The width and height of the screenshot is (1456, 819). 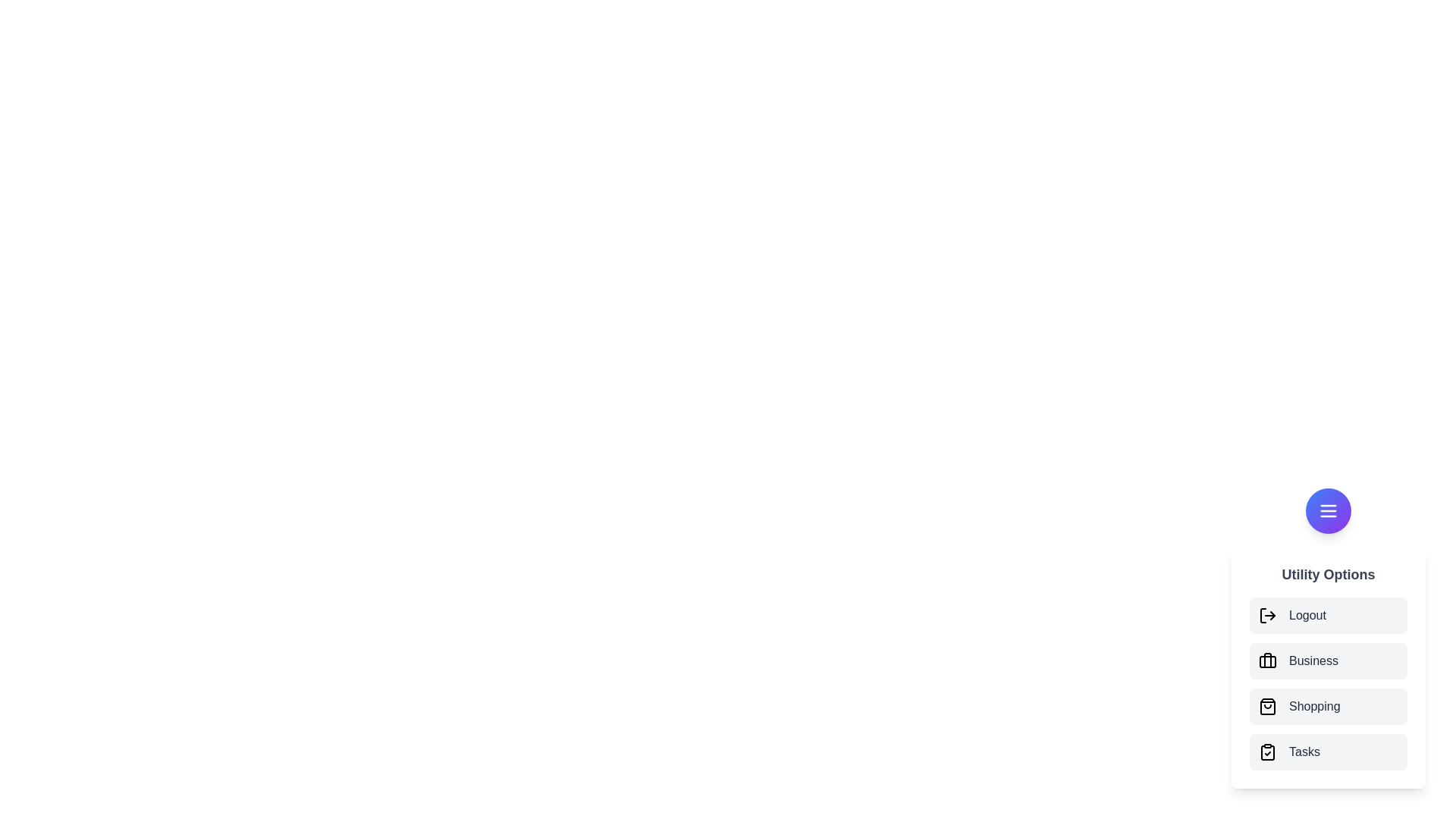 What do you see at coordinates (1328, 511) in the screenshot?
I see `the menu button to toggle the menu state` at bounding box center [1328, 511].